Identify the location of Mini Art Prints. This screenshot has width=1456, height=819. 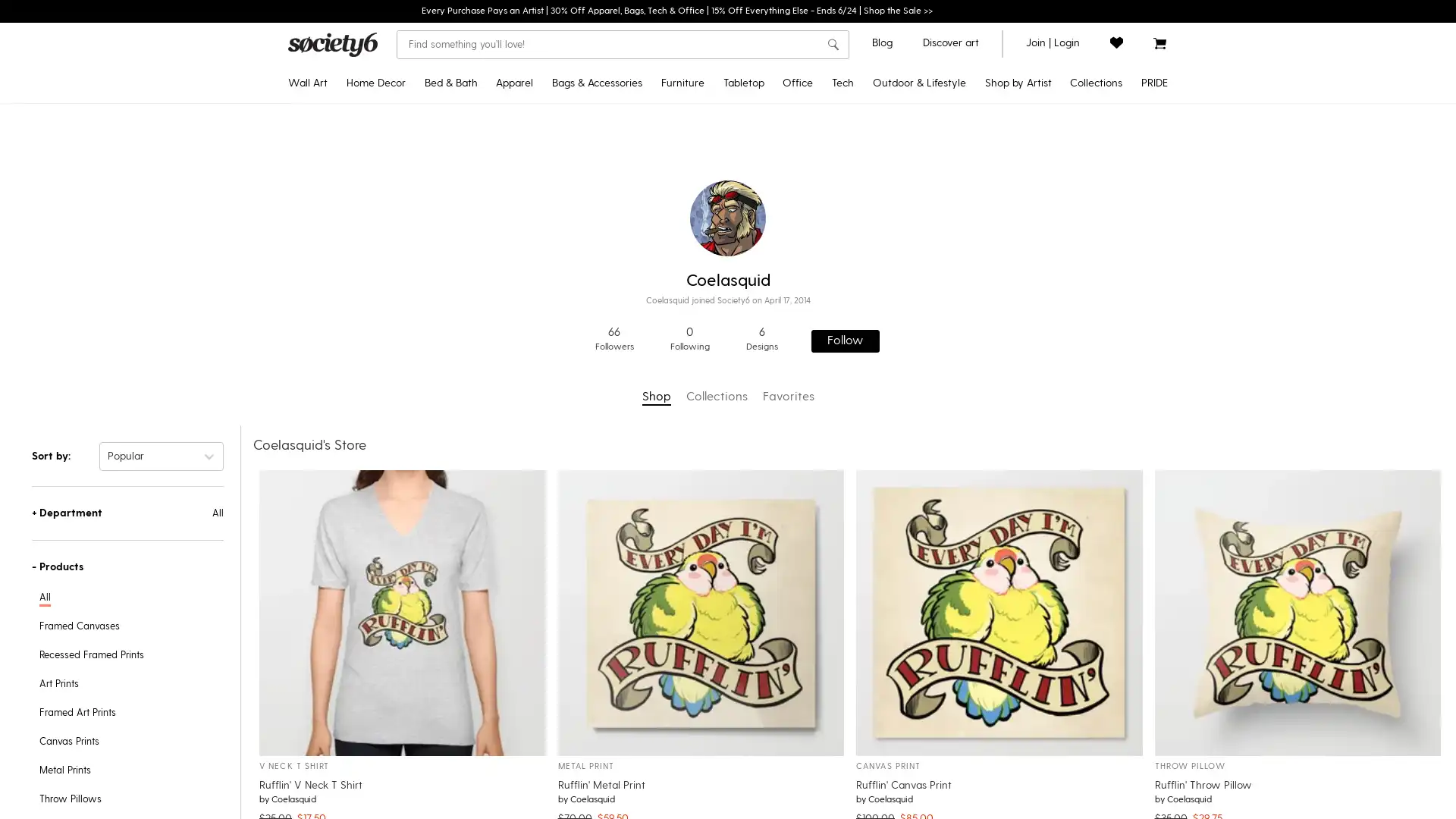
(356, 390).